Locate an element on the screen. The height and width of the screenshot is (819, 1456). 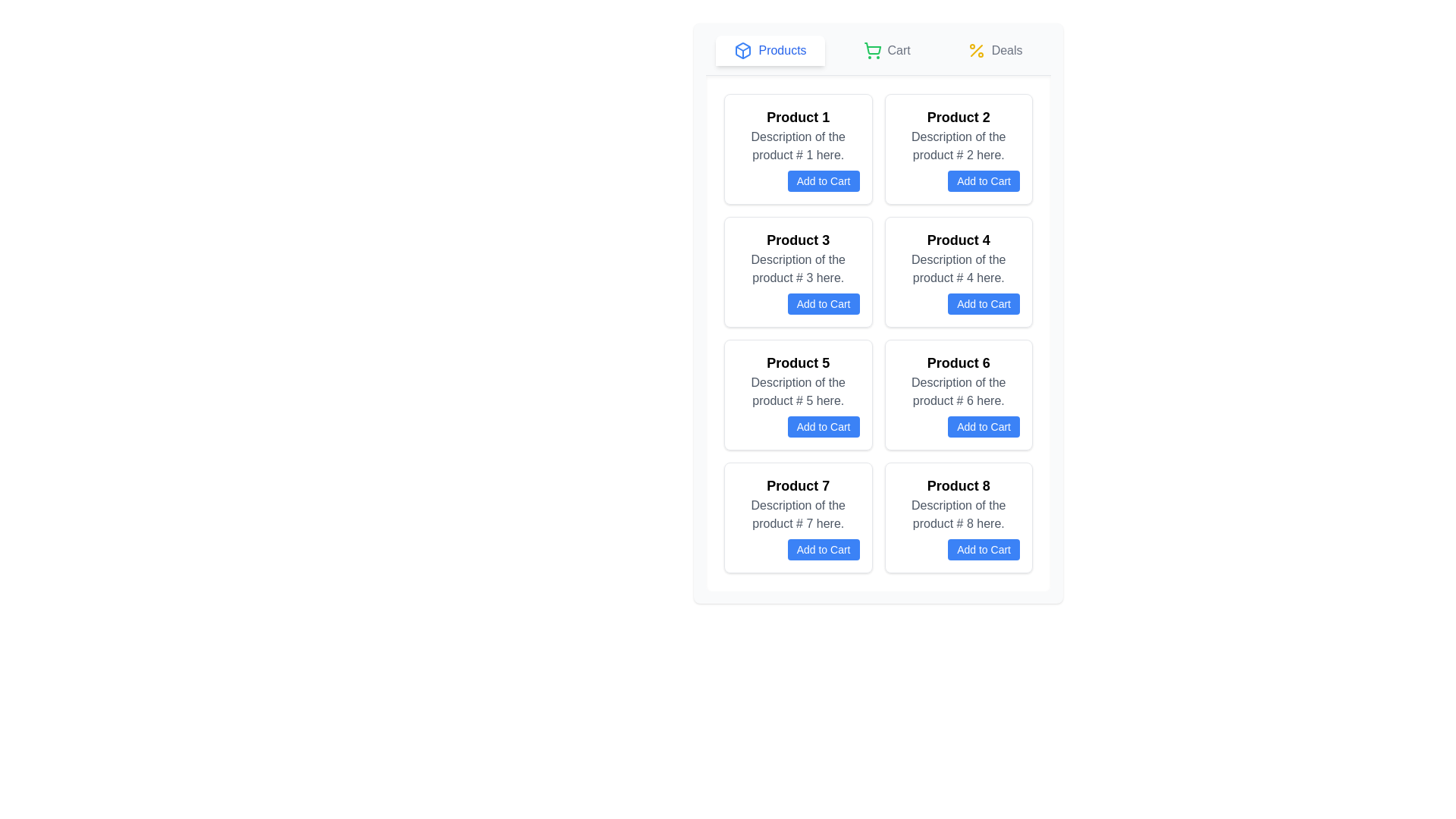
the blue outline cube icon located in the navigation bar, leftmost in the group of elements including 'Products' is located at coordinates (743, 49).